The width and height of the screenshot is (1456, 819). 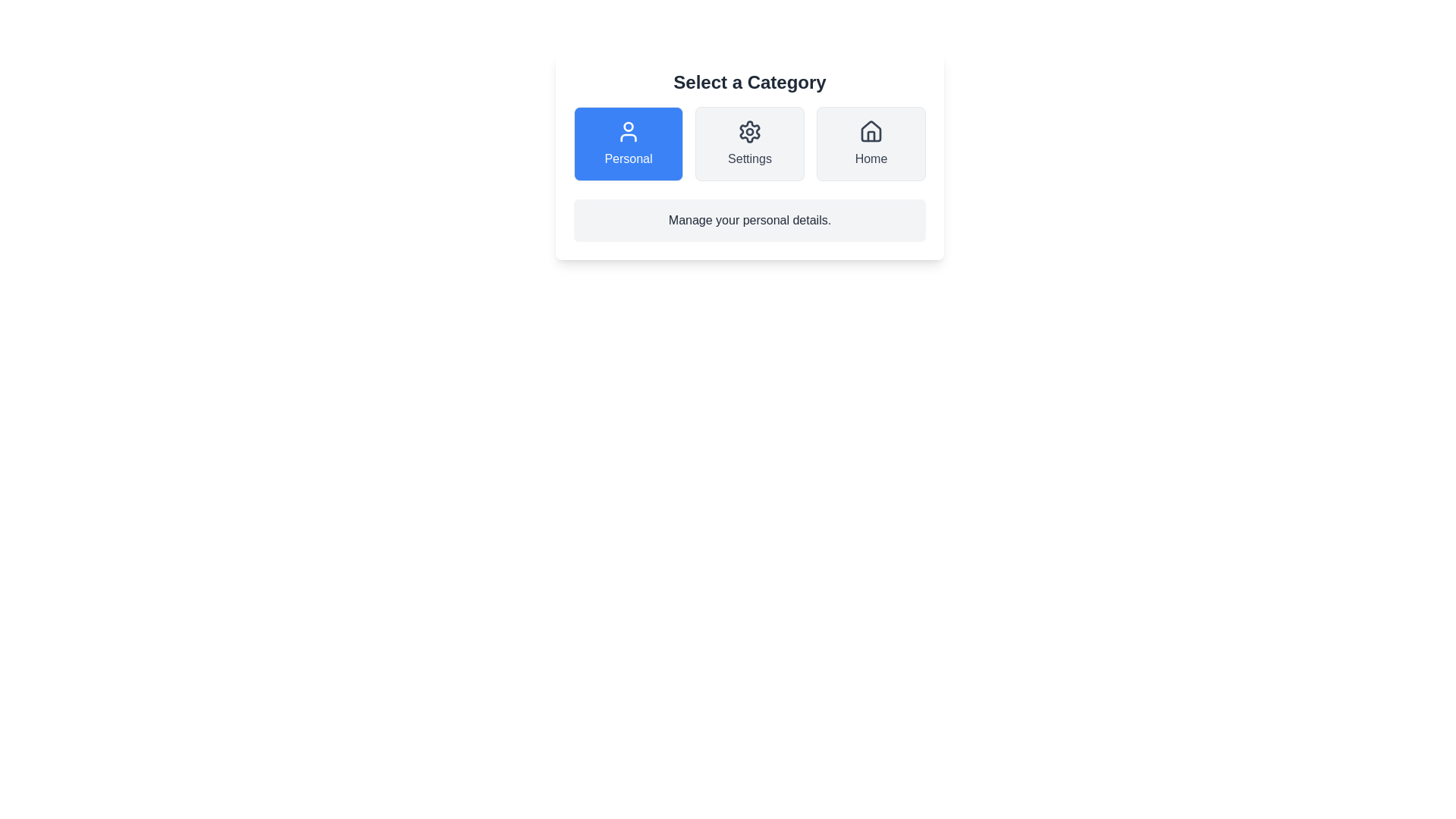 I want to click on the Settings button to select the corresponding category, so click(x=749, y=143).